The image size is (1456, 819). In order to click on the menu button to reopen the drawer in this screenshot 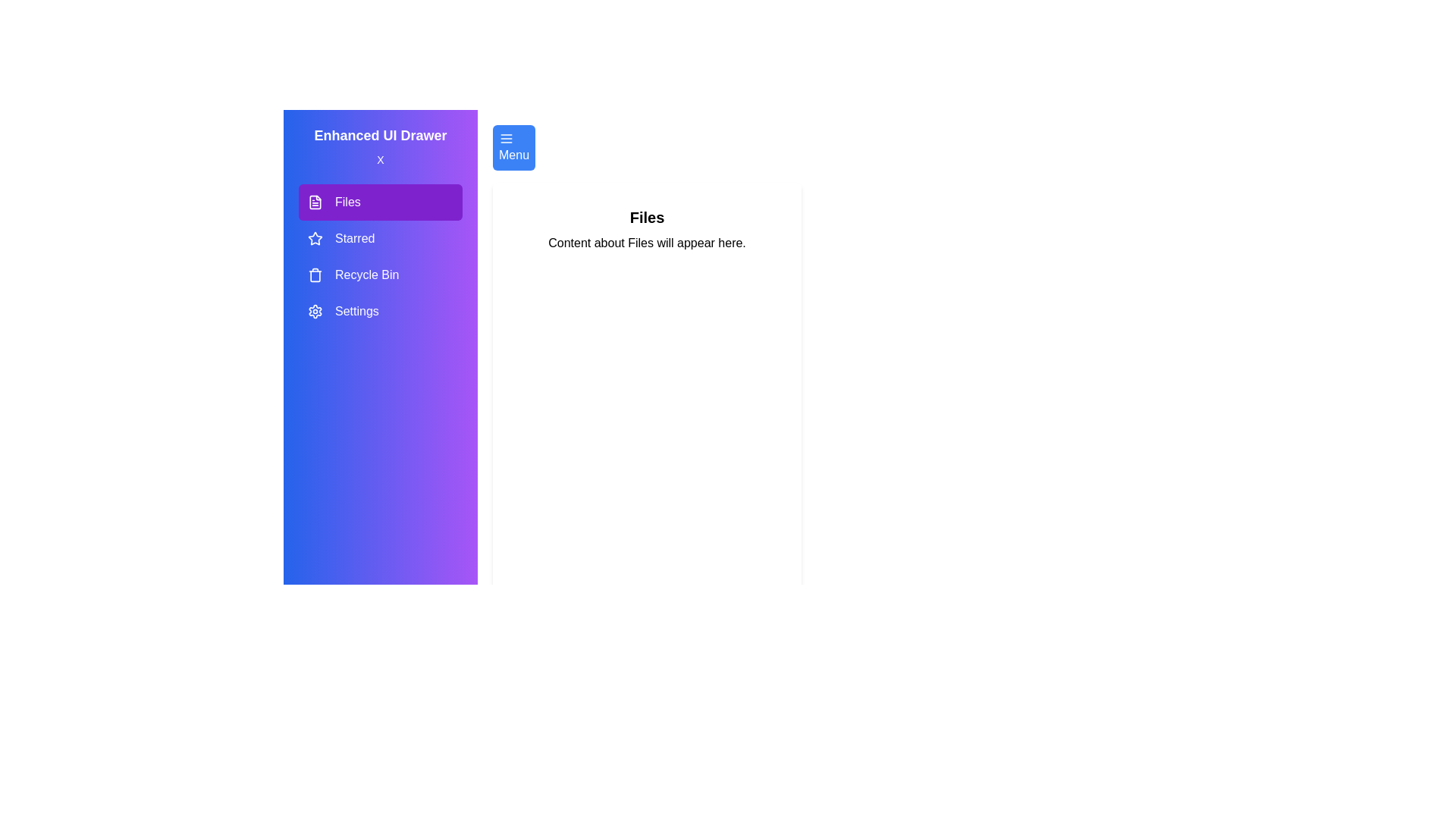, I will do `click(513, 148)`.